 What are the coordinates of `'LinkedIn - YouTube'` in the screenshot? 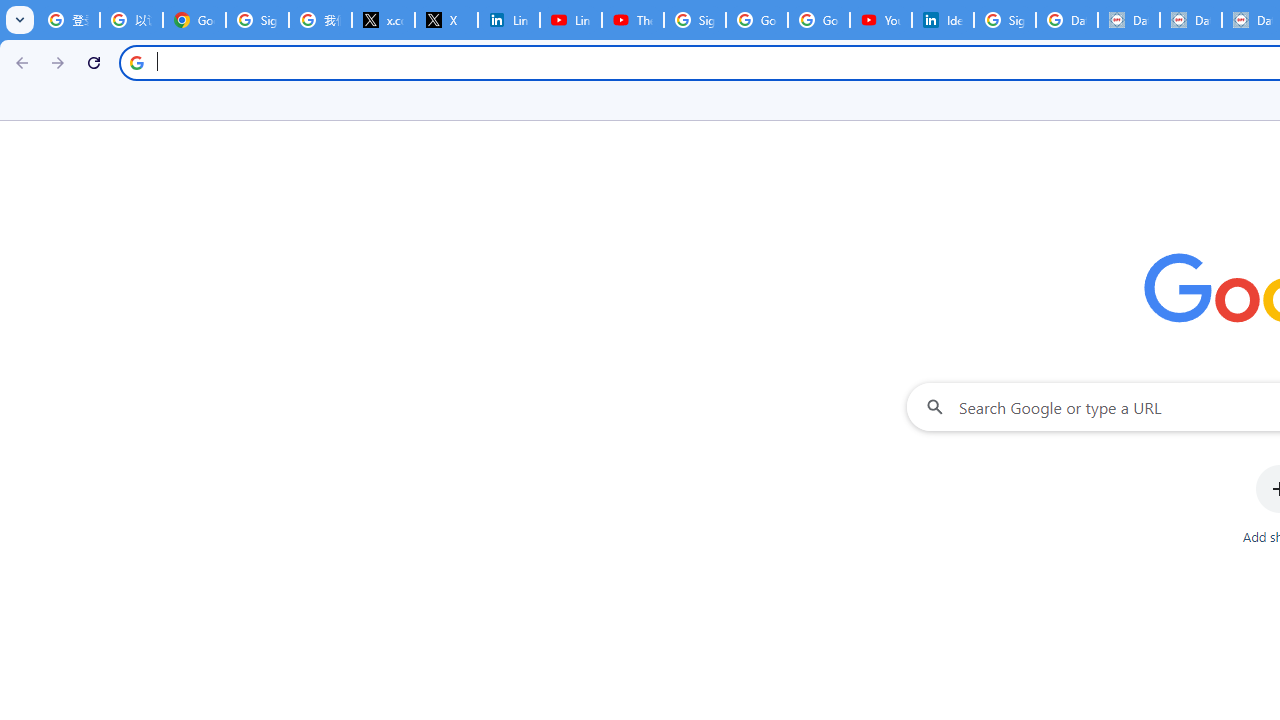 It's located at (569, 20).